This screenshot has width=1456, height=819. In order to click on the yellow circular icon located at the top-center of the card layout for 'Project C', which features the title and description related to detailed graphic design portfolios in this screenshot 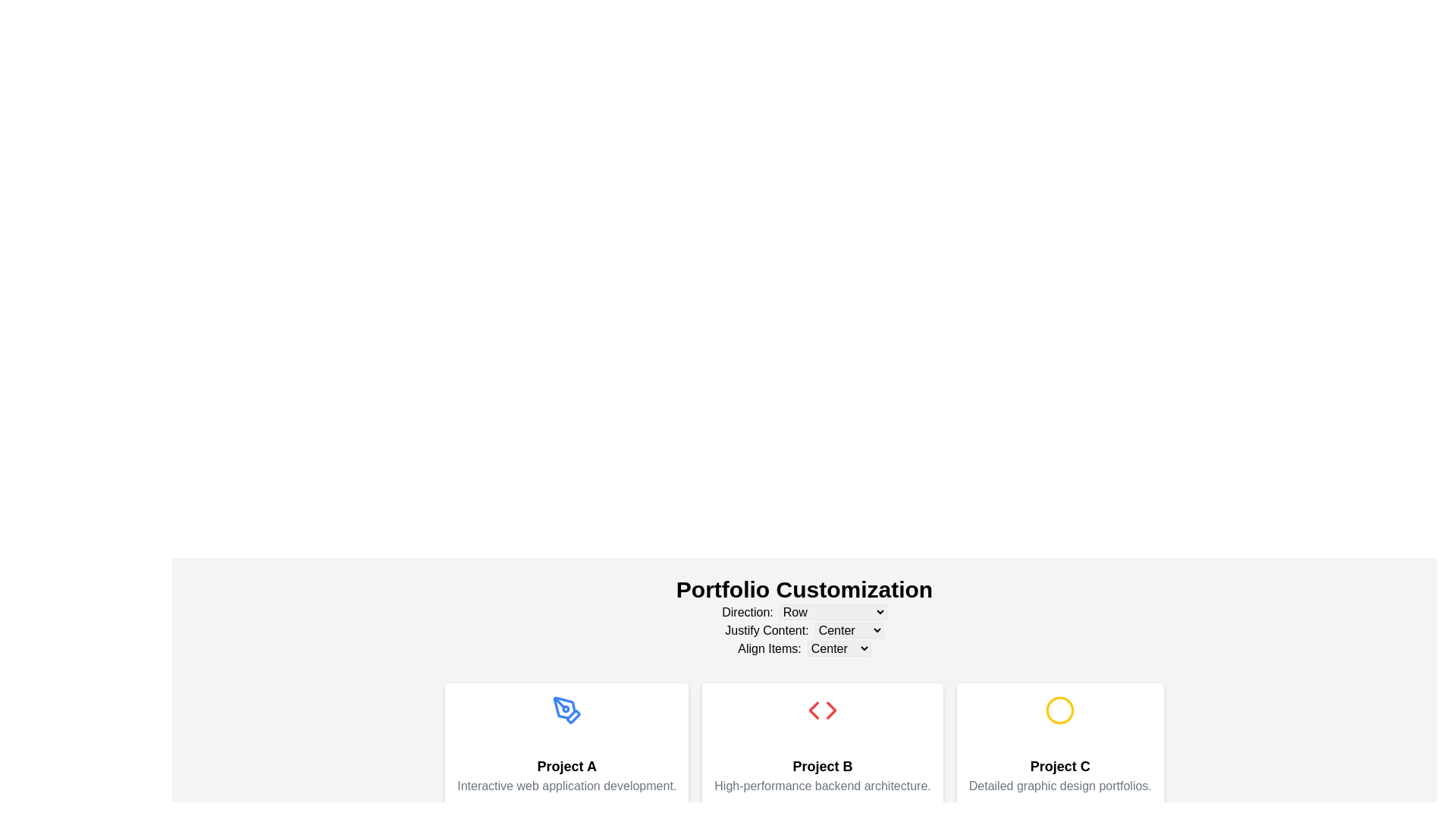, I will do `click(1059, 718)`.